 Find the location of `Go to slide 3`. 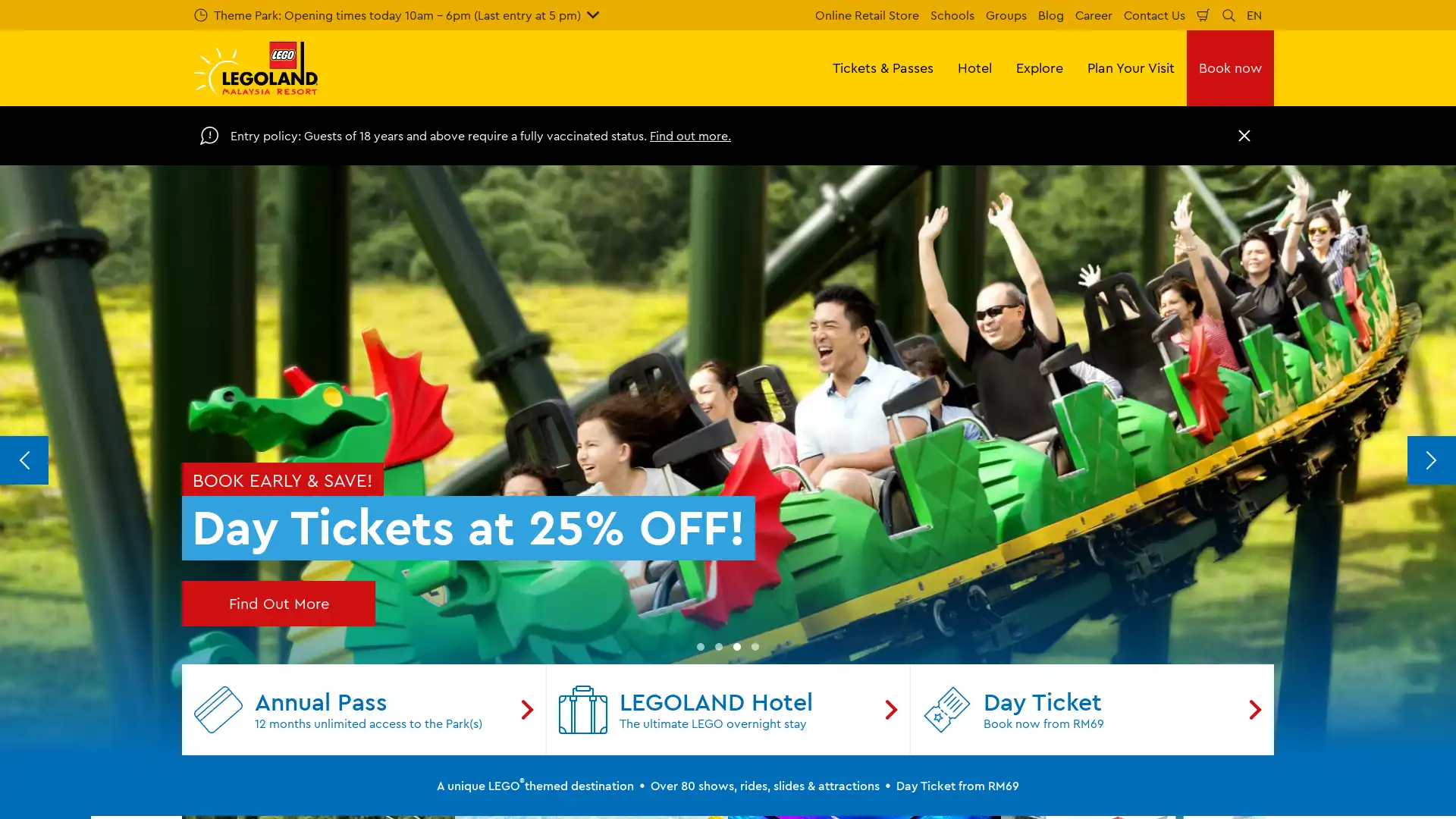

Go to slide 3 is located at coordinates (736, 646).